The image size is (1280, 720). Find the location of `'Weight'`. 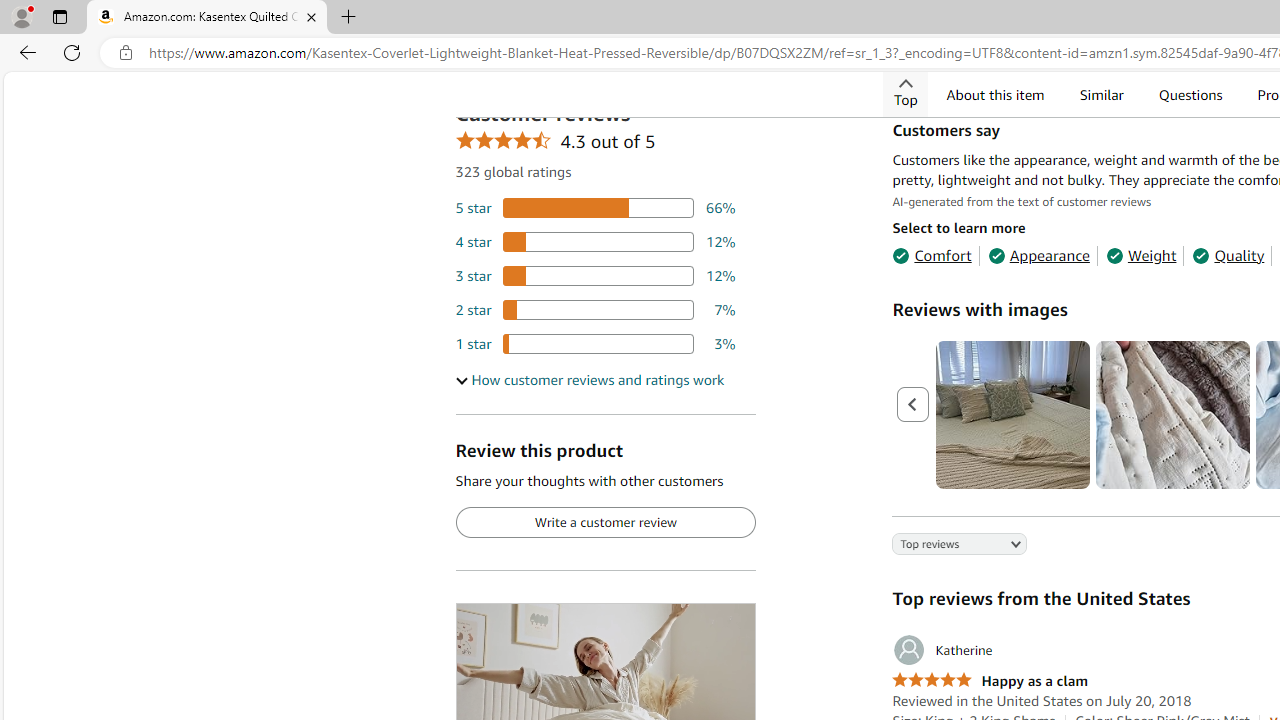

'Weight' is located at coordinates (1141, 254).